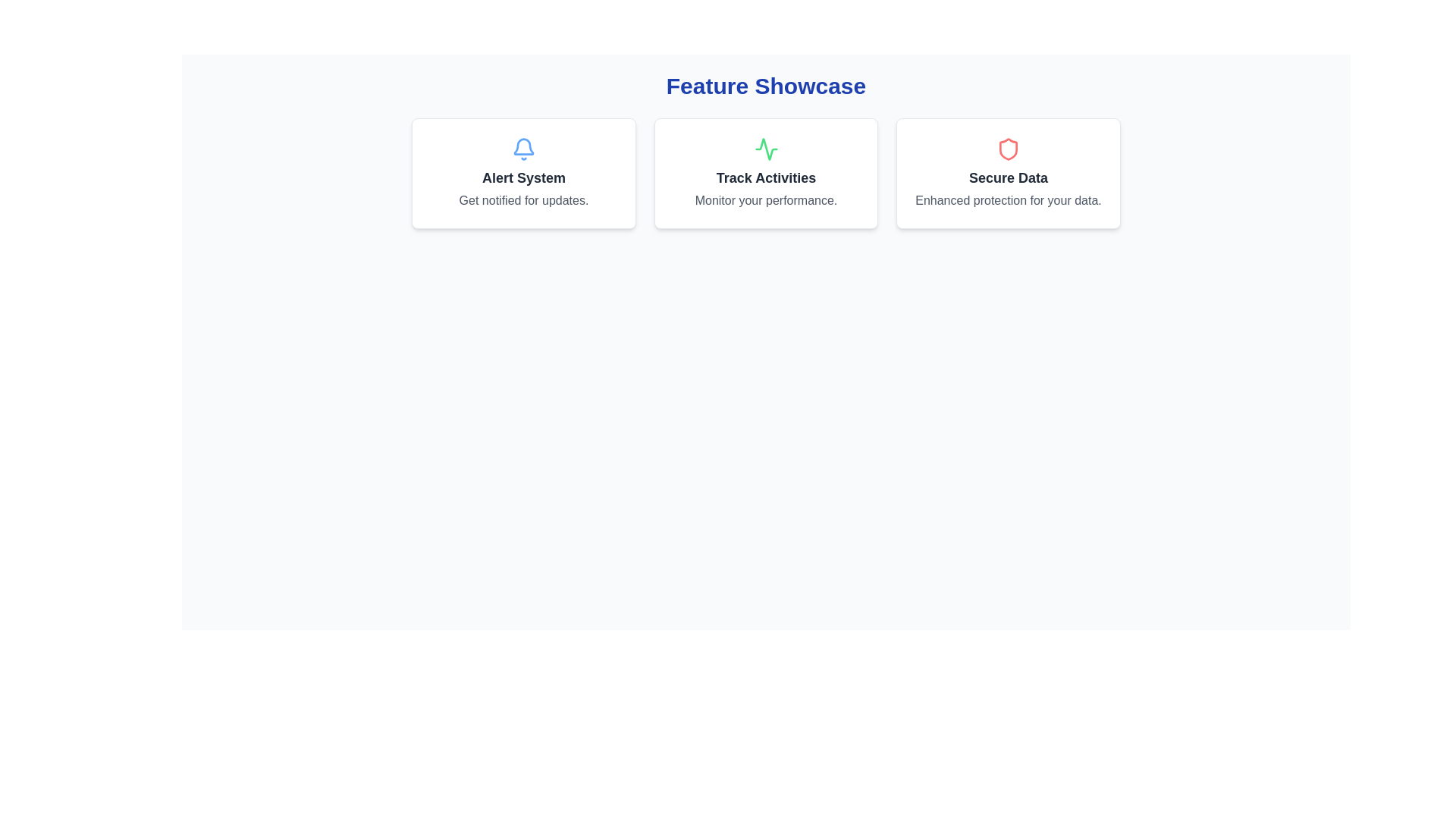  What do you see at coordinates (766, 149) in the screenshot?
I see `the green line graph icon located in the middle feature card of a triplet layout, which is positioned directly above the 'Track Activities' heading text` at bounding box center [766, 149].